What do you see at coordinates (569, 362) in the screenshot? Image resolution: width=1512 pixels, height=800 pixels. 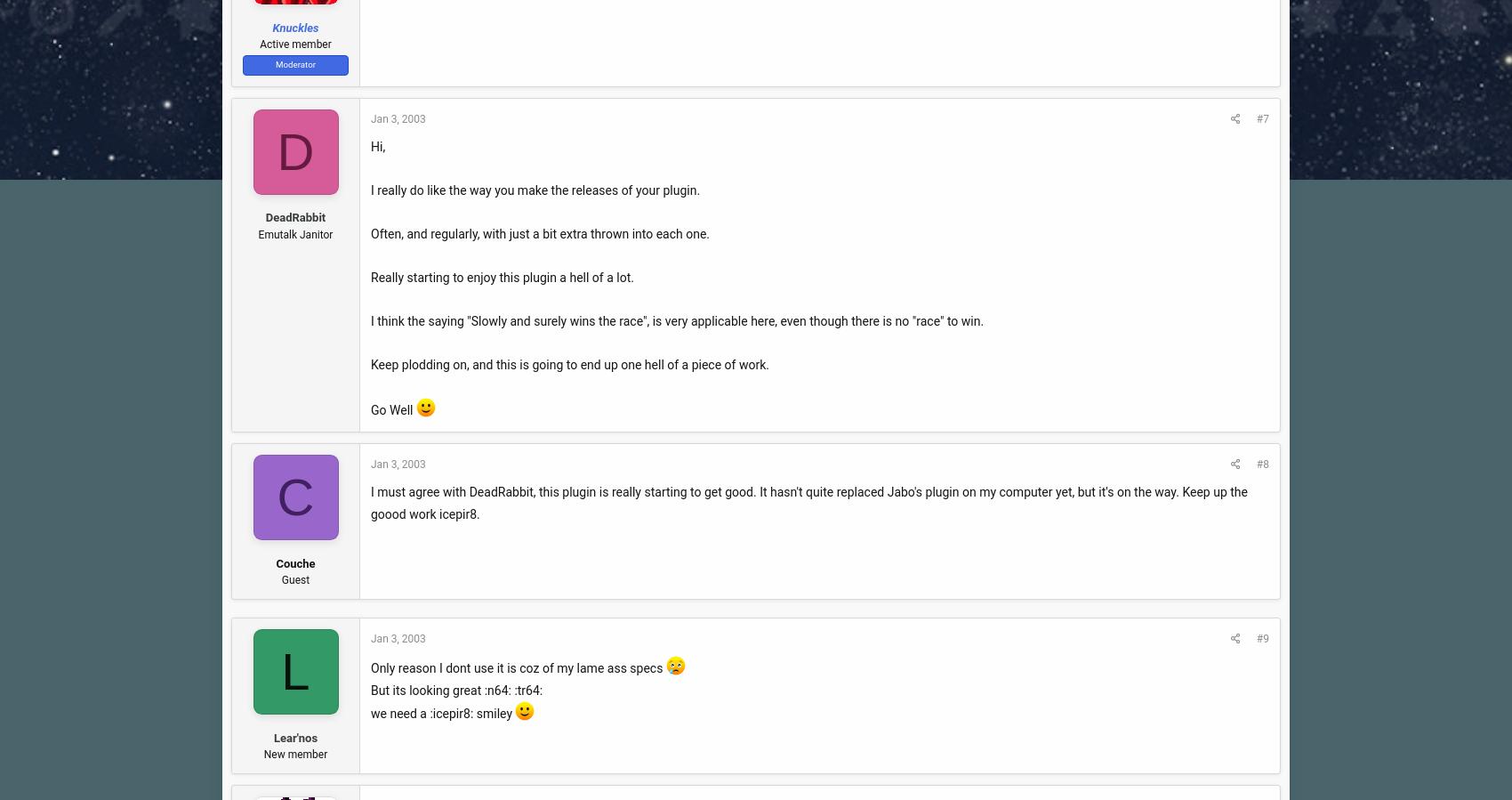 I see `'Keep plodding on, and this is going to end up one hell of a piece of work.'` at bounding box center [569, 362].